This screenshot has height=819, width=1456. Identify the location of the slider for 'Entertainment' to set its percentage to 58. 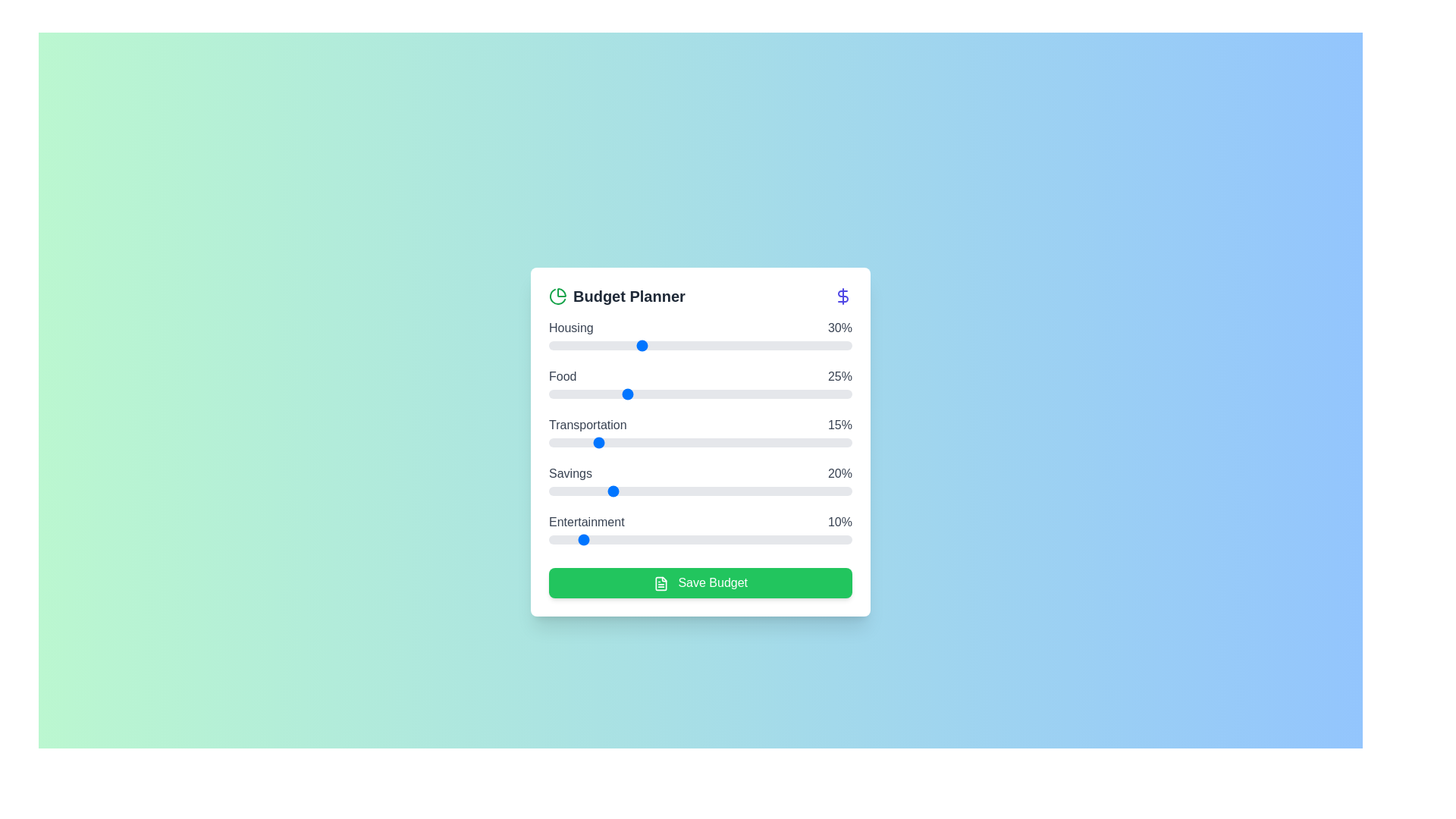
(723, 539).